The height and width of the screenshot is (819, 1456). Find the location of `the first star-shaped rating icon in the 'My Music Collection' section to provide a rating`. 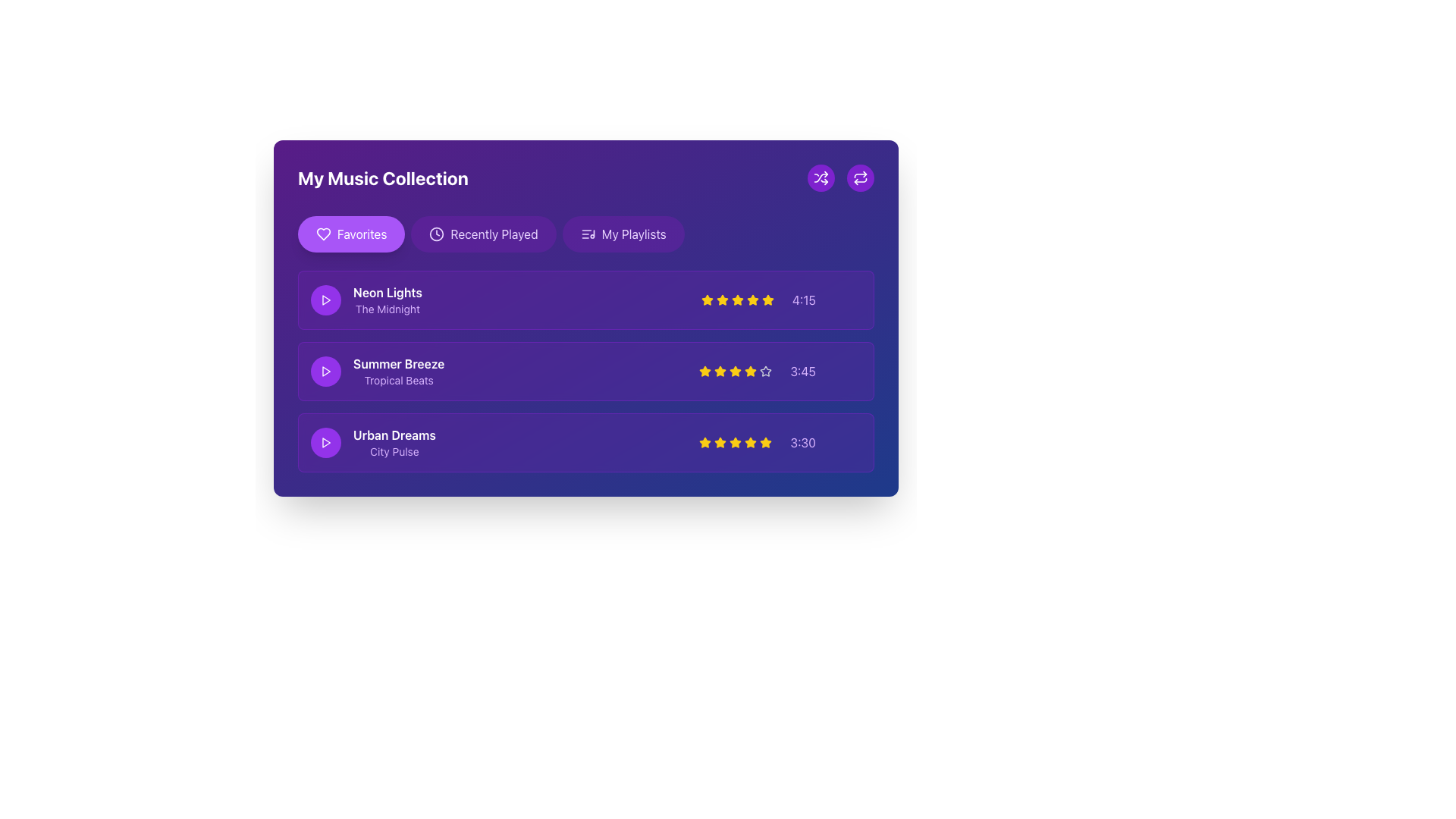

the first star-shaped rating icon in the 'My Music Collection' section to provide a rating is located at coordinates (767, 300).